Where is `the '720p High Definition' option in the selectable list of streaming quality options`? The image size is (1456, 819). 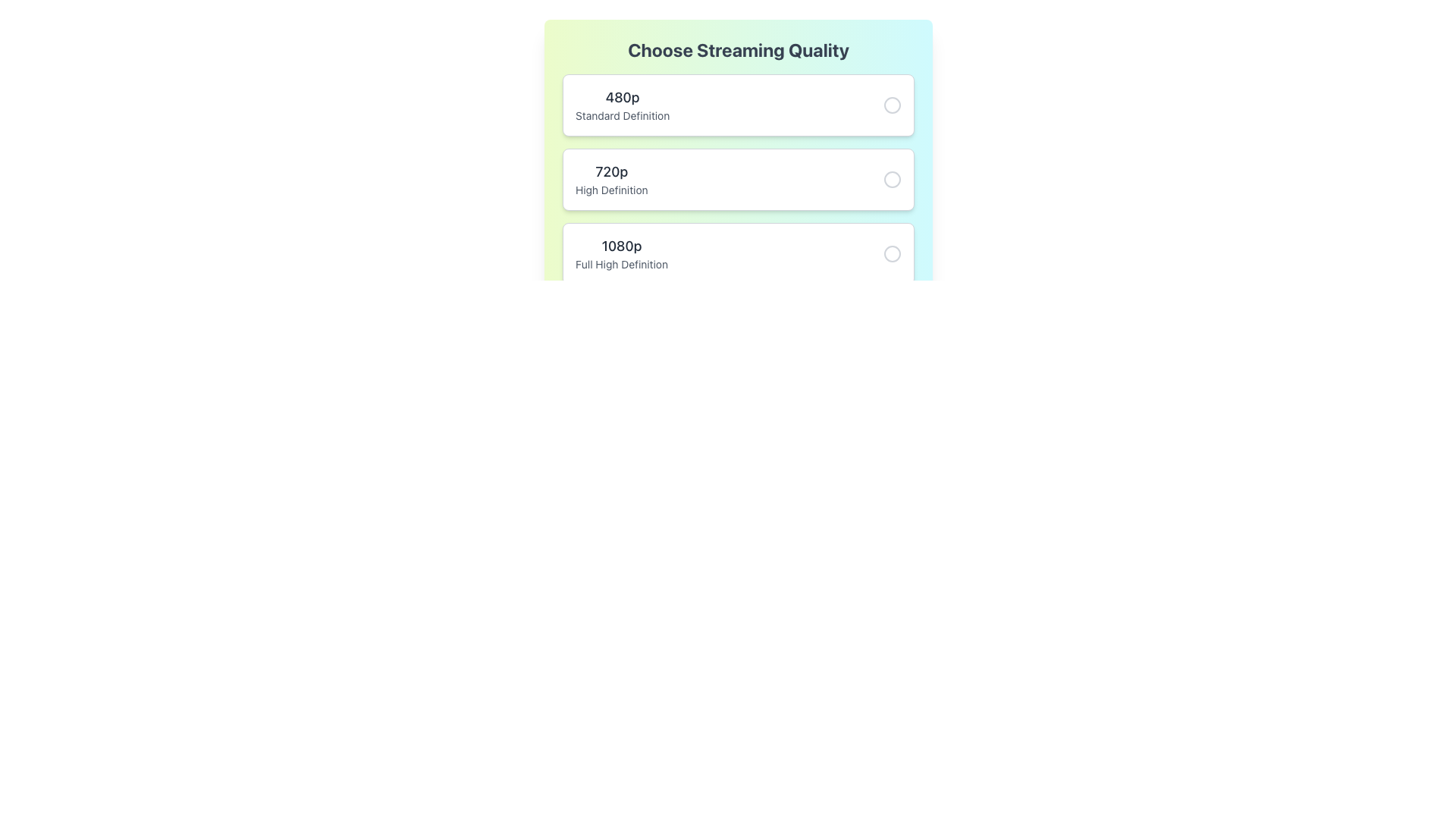 the '720p High Definition' option in the selectable list of streaming quality options is located at coordinates (739, 215).